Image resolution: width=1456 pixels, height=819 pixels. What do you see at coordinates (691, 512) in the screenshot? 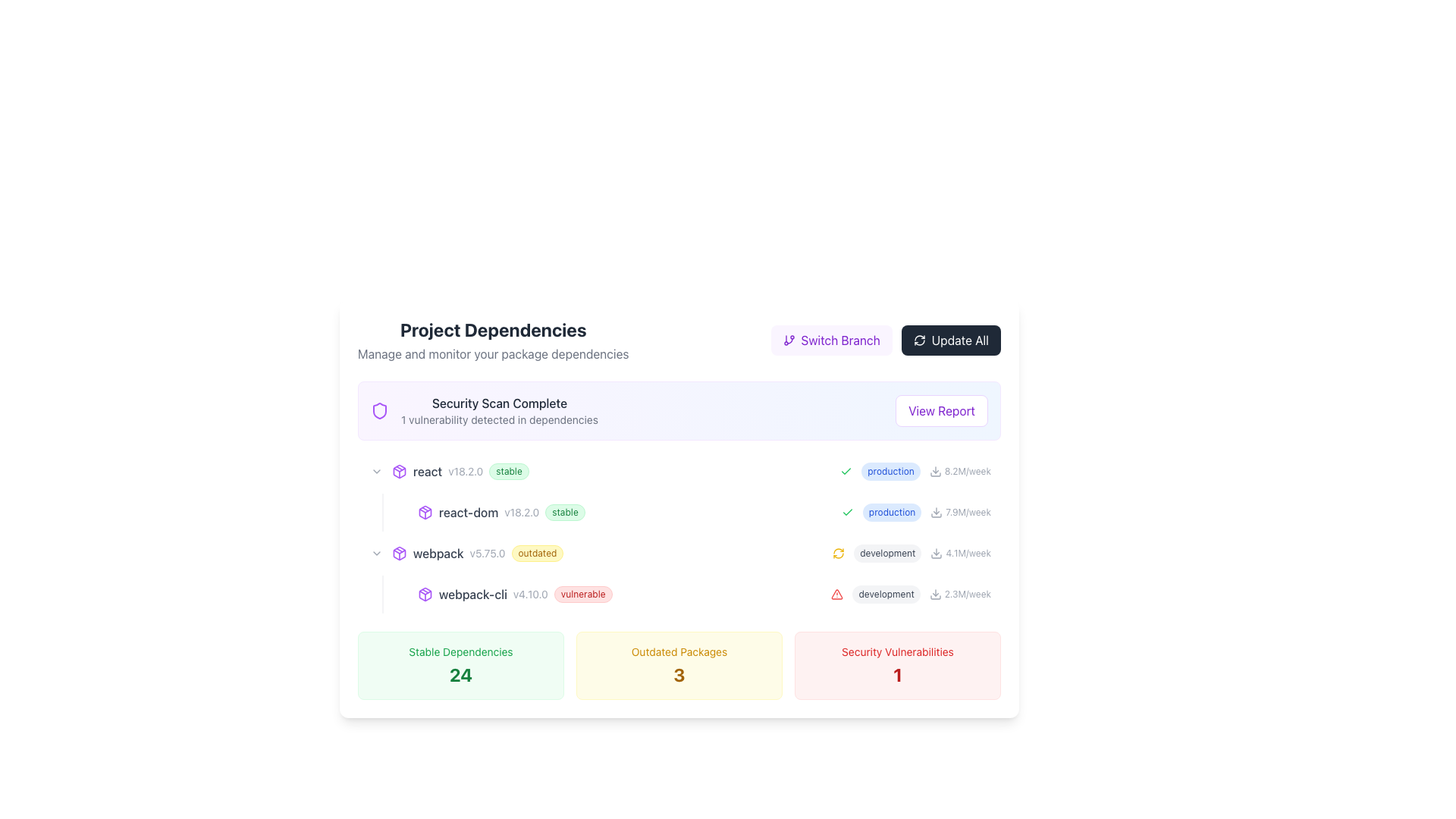
I see `details of the second item in the list of software dependencies, which provides information about the 'react-dom' software package` at bounding box center [691, 512].